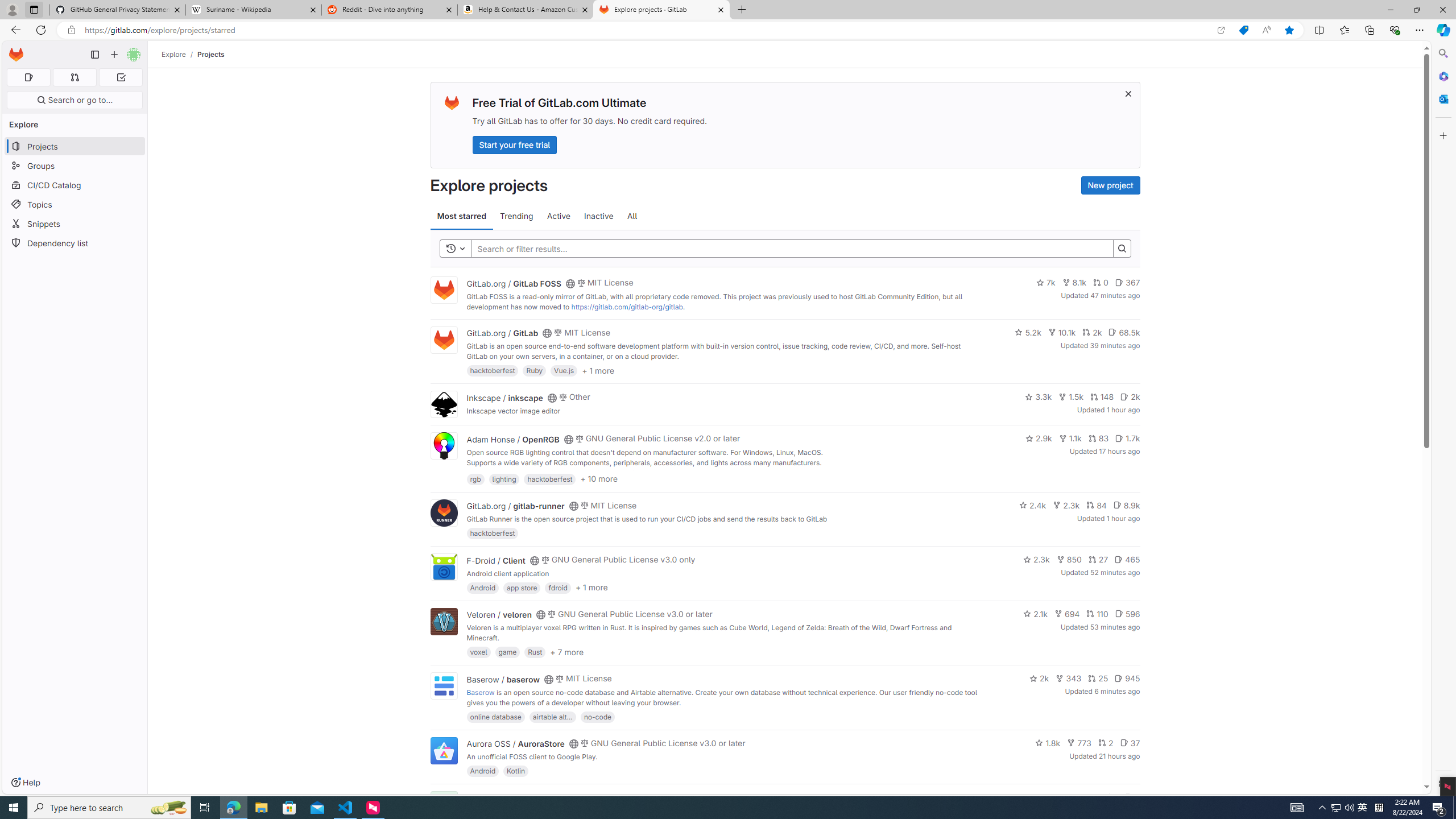 Image resolution: width=1456 pixels, height=819 pixels. Describe the element at coordinates (1096, 504) in the screenshot. I see `'84'` at that location.